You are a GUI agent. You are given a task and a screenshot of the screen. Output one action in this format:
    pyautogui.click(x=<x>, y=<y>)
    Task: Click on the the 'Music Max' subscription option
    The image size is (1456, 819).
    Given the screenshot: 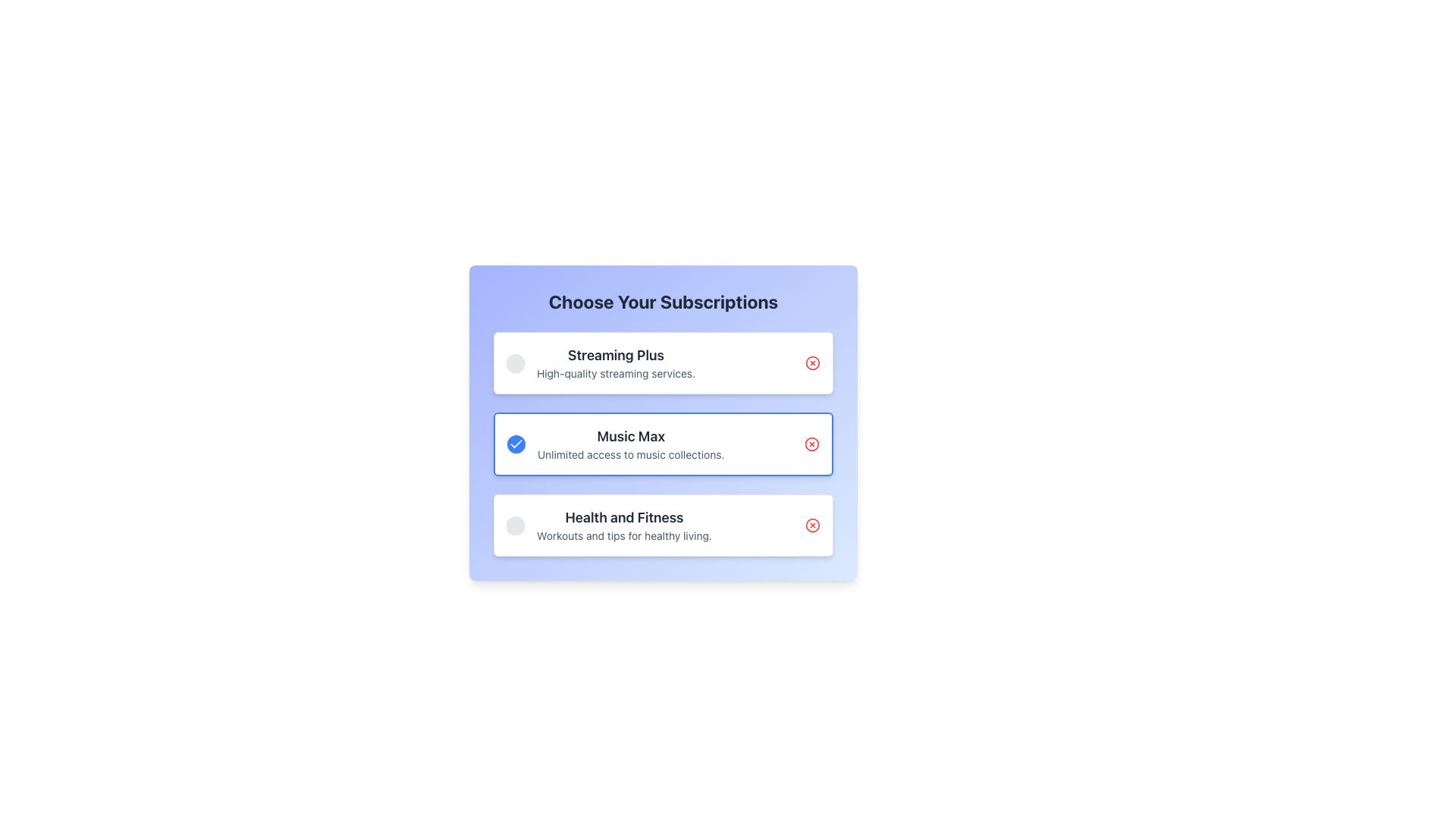 What is the action you would take?
    pyautogui.click(x=616, y=444)
    